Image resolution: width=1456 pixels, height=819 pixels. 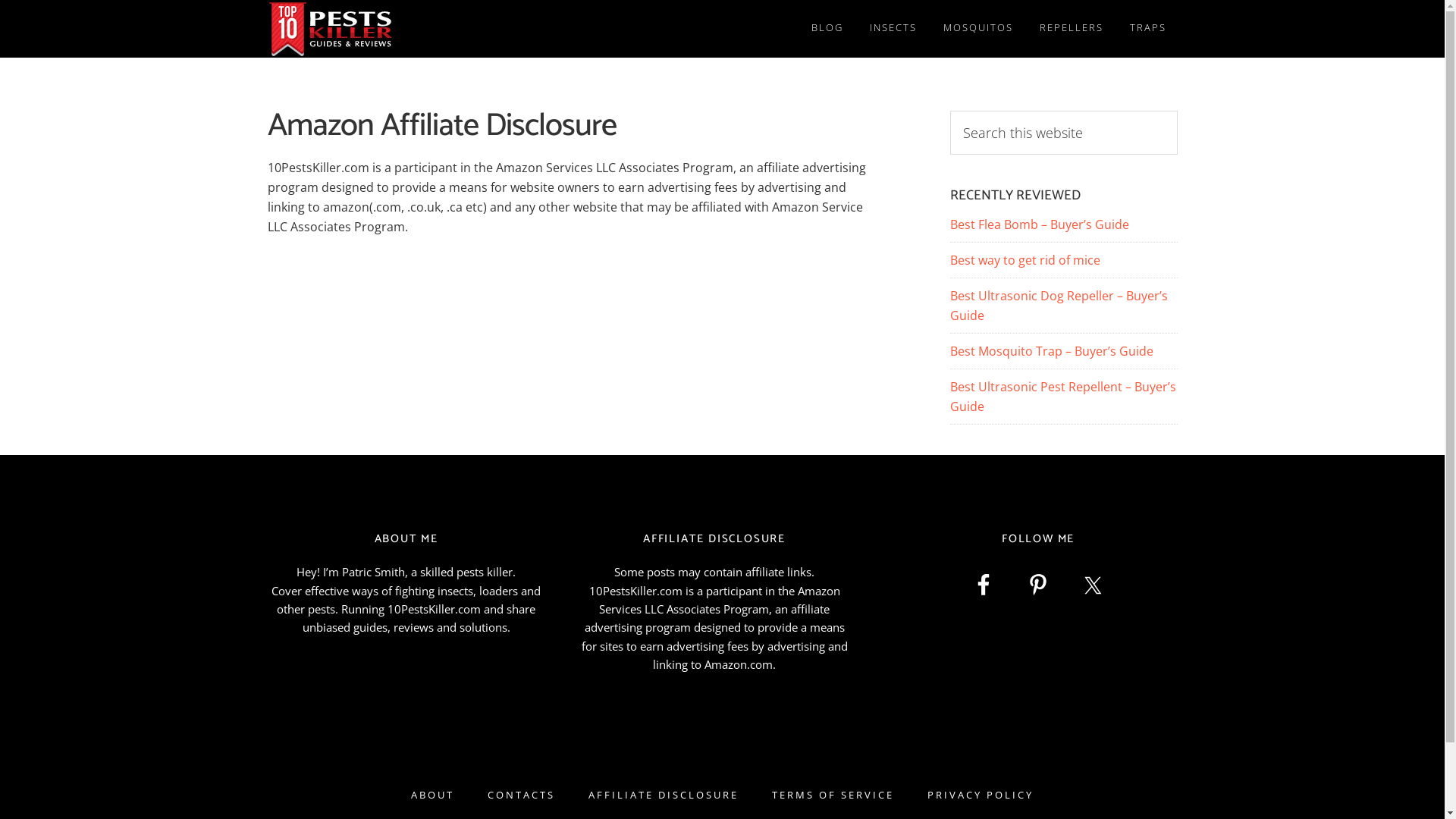 What do you see at coordinates (1024, 259) in the screenshot?
I see `'Best way to get rid of mice'` at bounding box center [1024, 259].